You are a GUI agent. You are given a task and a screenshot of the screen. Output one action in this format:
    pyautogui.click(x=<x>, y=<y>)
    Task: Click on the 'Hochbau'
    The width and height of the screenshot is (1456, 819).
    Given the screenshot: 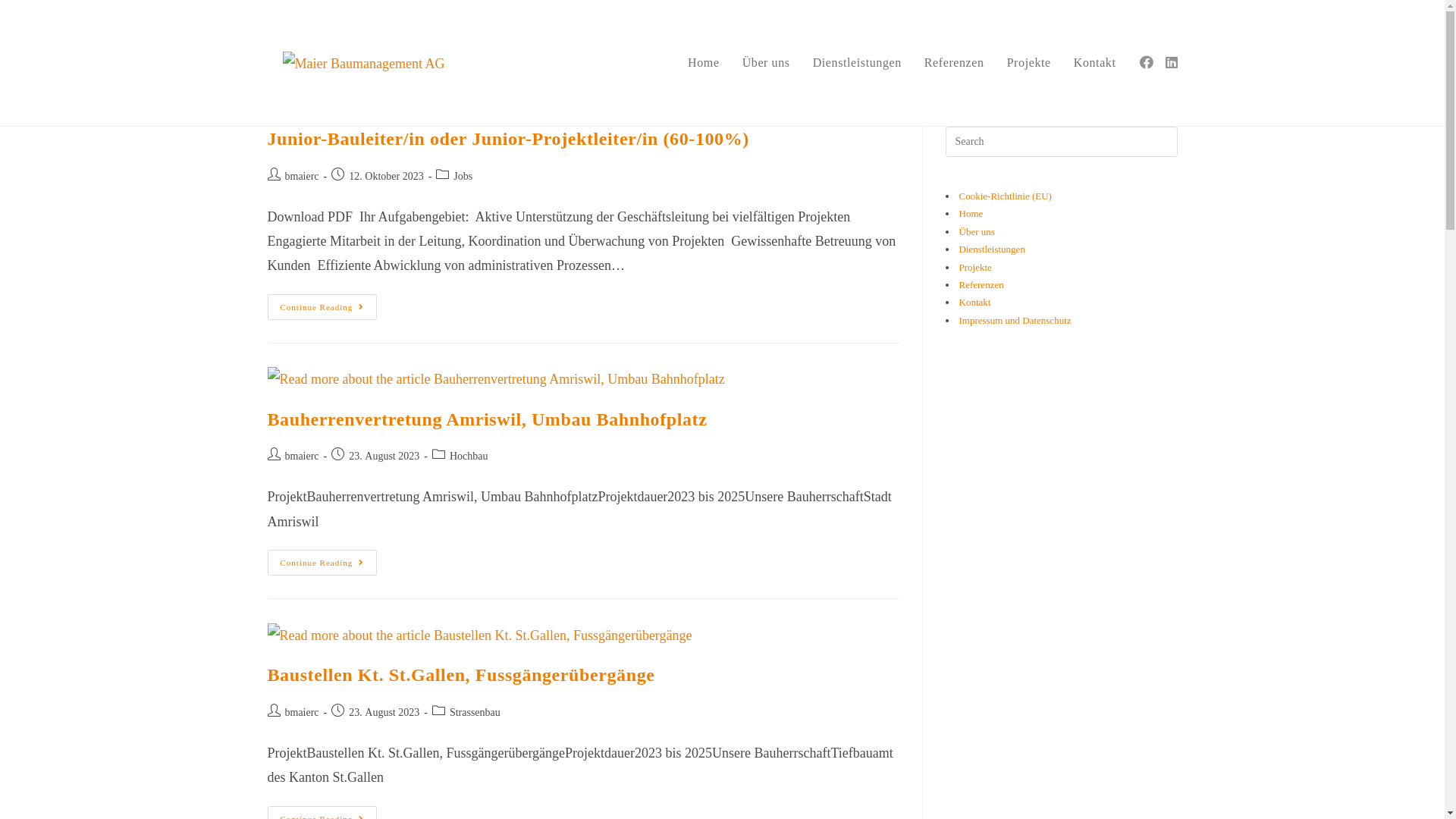 What is the action you would take?
    pyautogui.click(x=468, y=455)
    